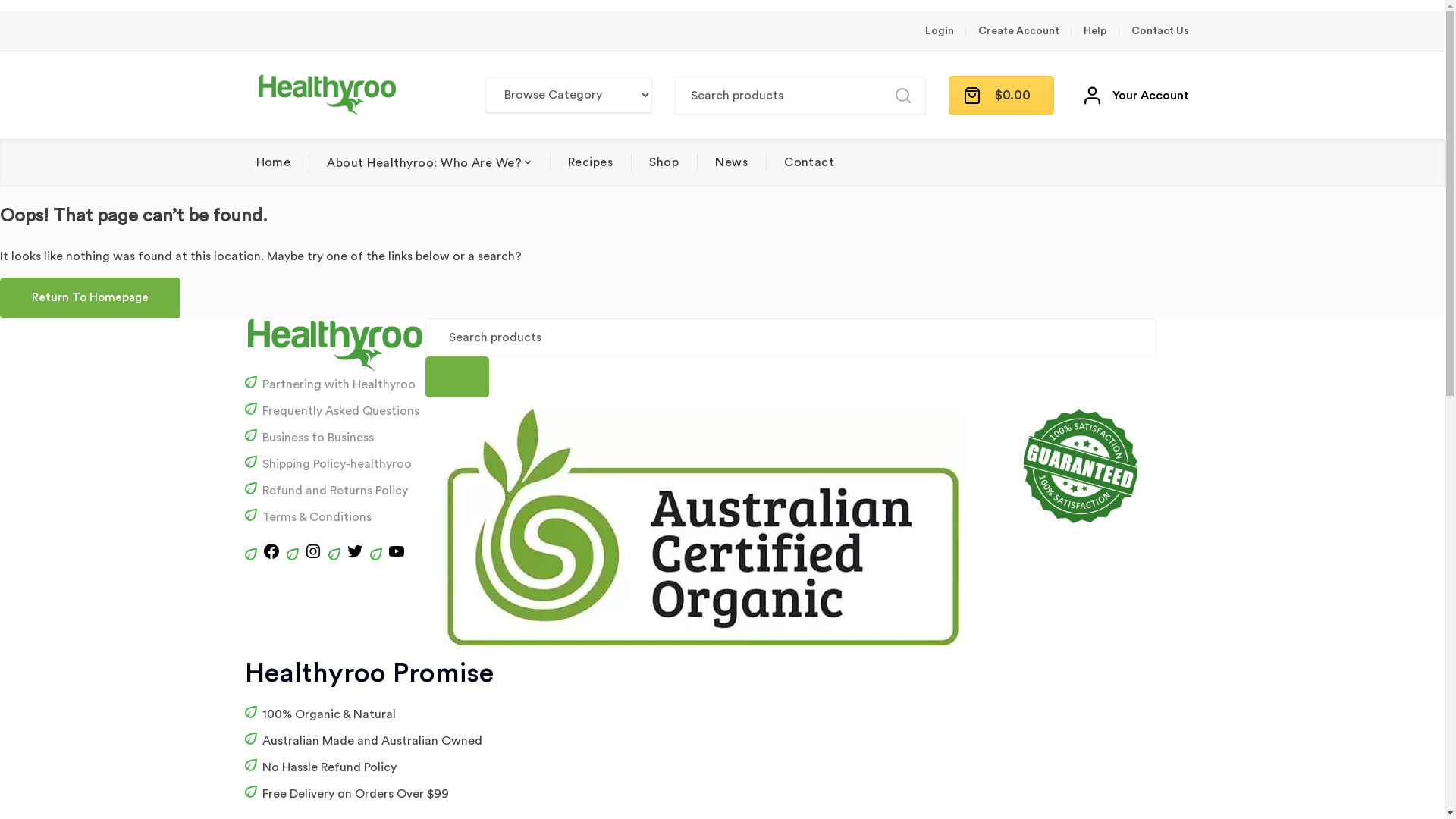  I want to click on 'News', so click(731, 162).